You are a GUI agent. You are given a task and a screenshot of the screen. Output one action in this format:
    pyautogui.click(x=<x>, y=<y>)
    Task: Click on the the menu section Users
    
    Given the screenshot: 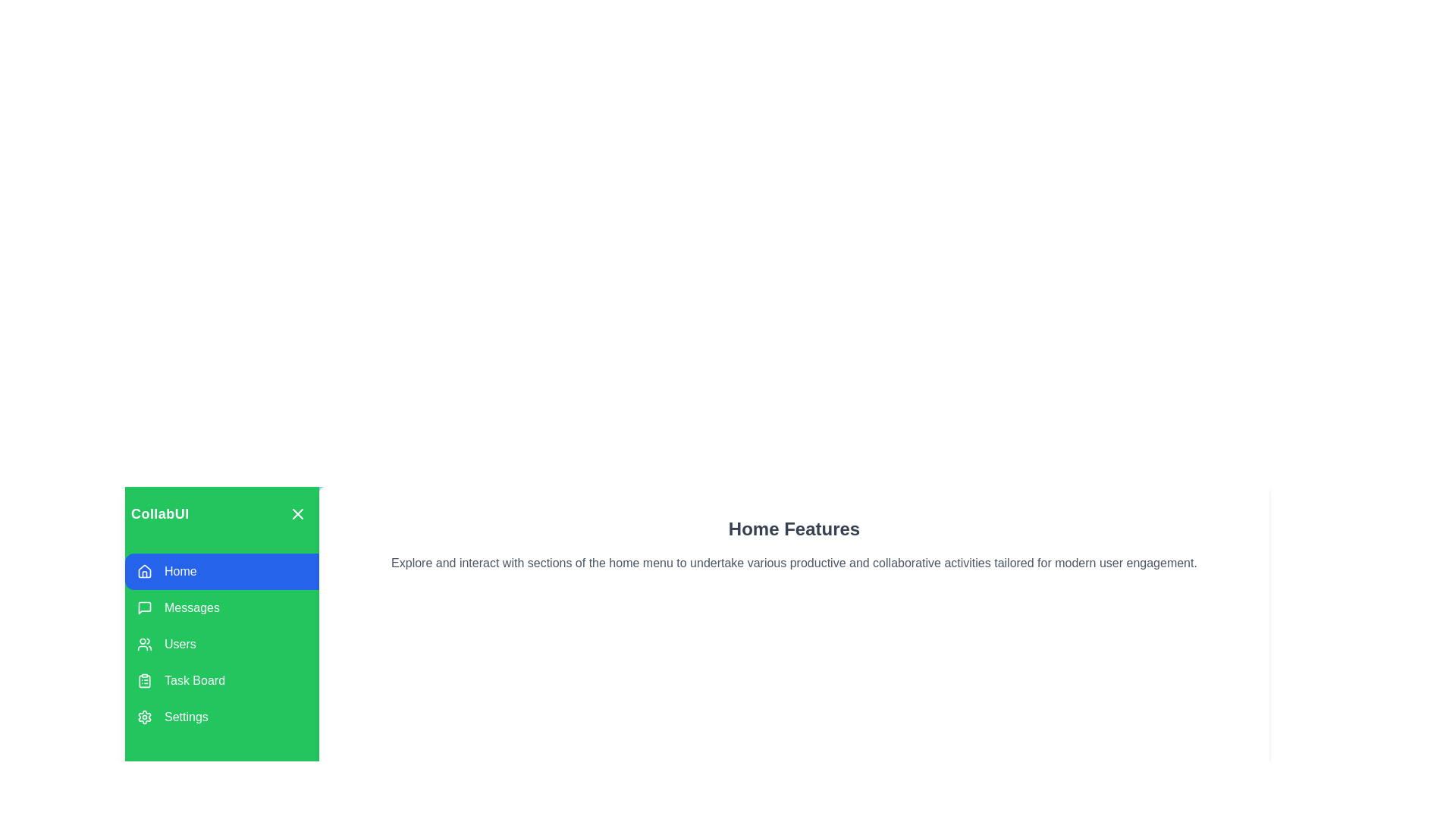 What is the action you would take?
    pyautogui.click(x=221, y=644)
    